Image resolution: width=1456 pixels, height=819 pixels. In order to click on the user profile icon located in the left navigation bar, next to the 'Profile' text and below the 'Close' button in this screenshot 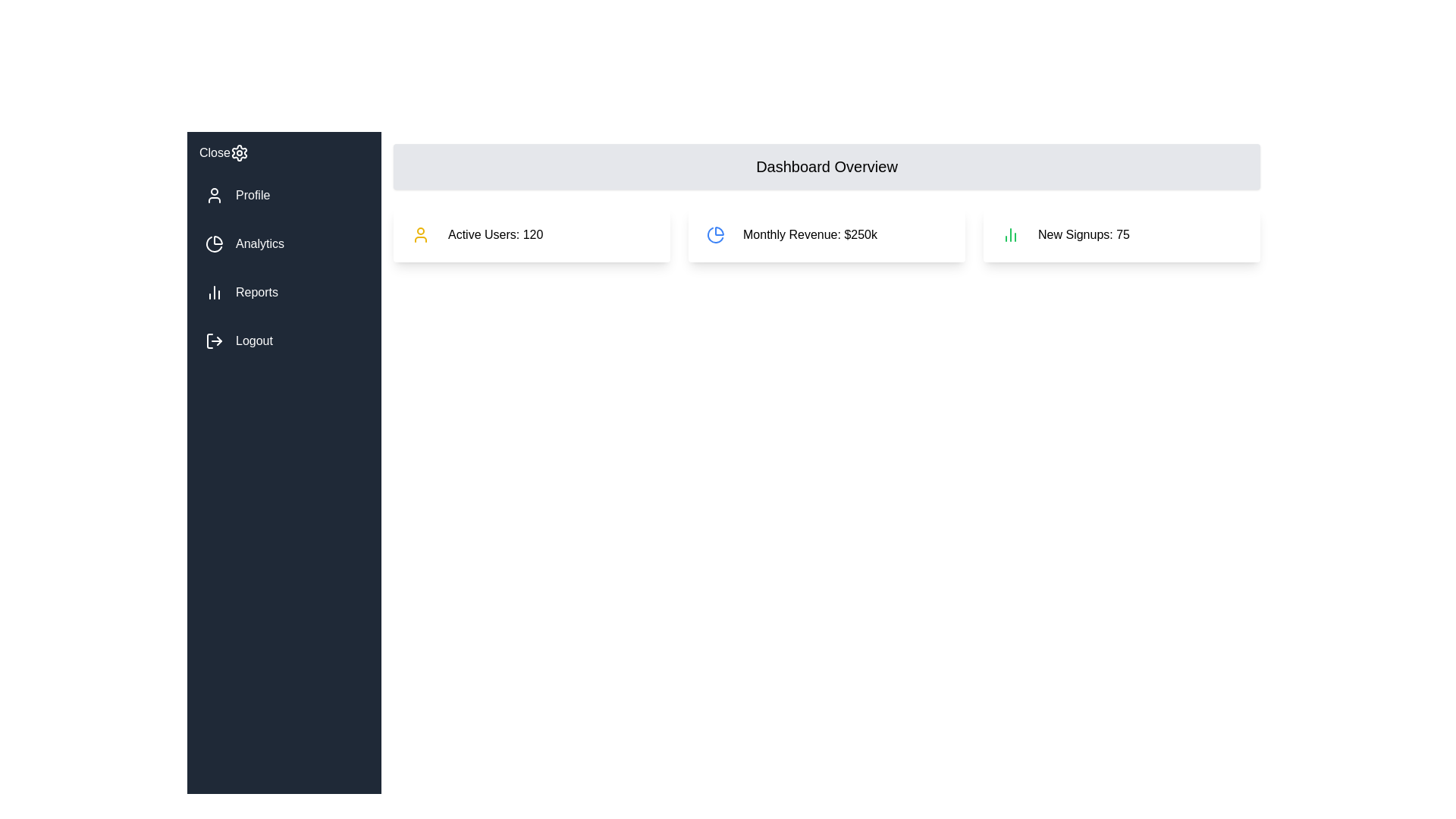, I will do `click(214, 195)`.